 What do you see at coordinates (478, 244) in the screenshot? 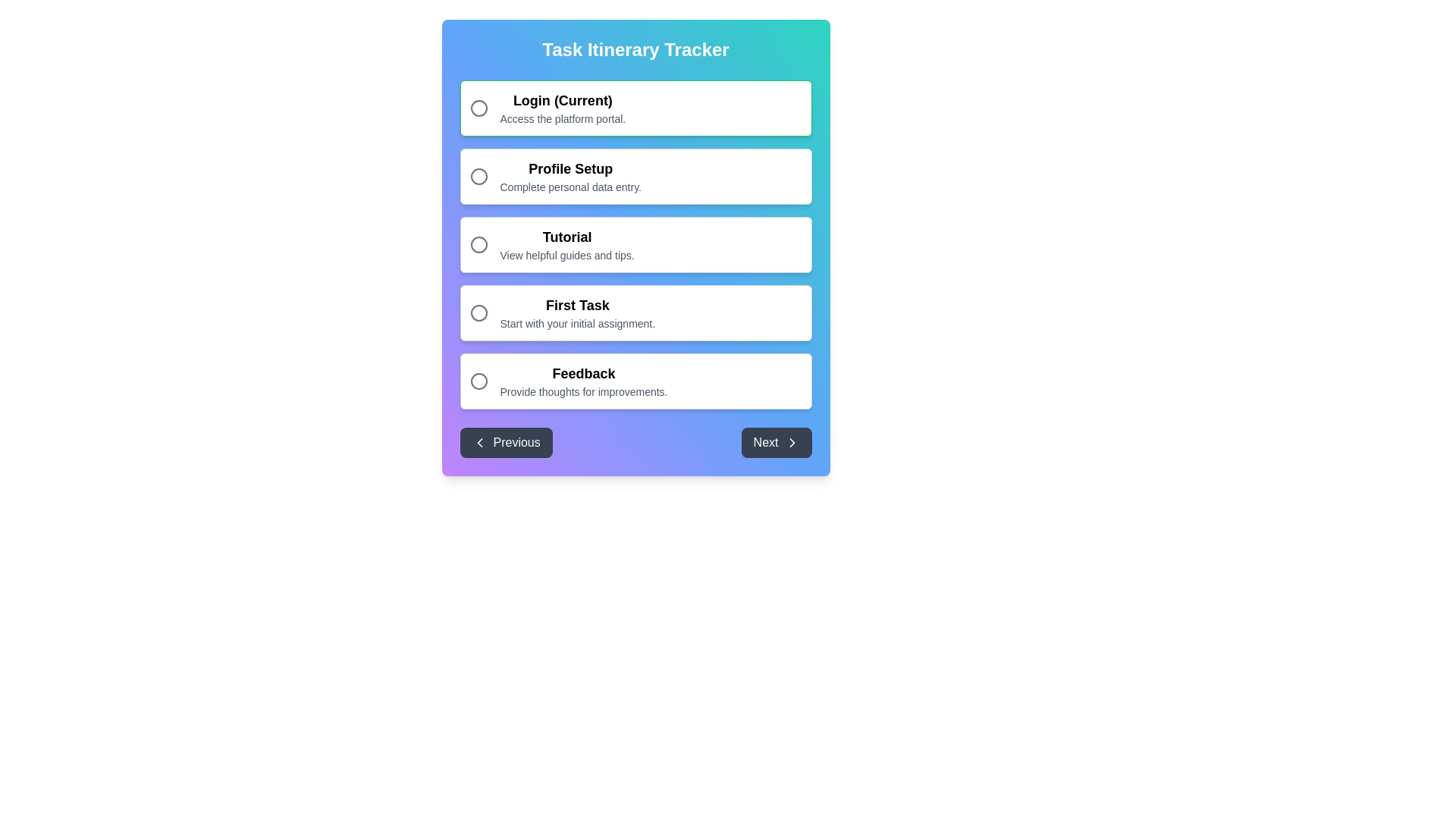
I see `the Circular visual icon located in the third row labeled 'Tutorial', which visually represents a step or state within a process` at bounding box center [478, 244].